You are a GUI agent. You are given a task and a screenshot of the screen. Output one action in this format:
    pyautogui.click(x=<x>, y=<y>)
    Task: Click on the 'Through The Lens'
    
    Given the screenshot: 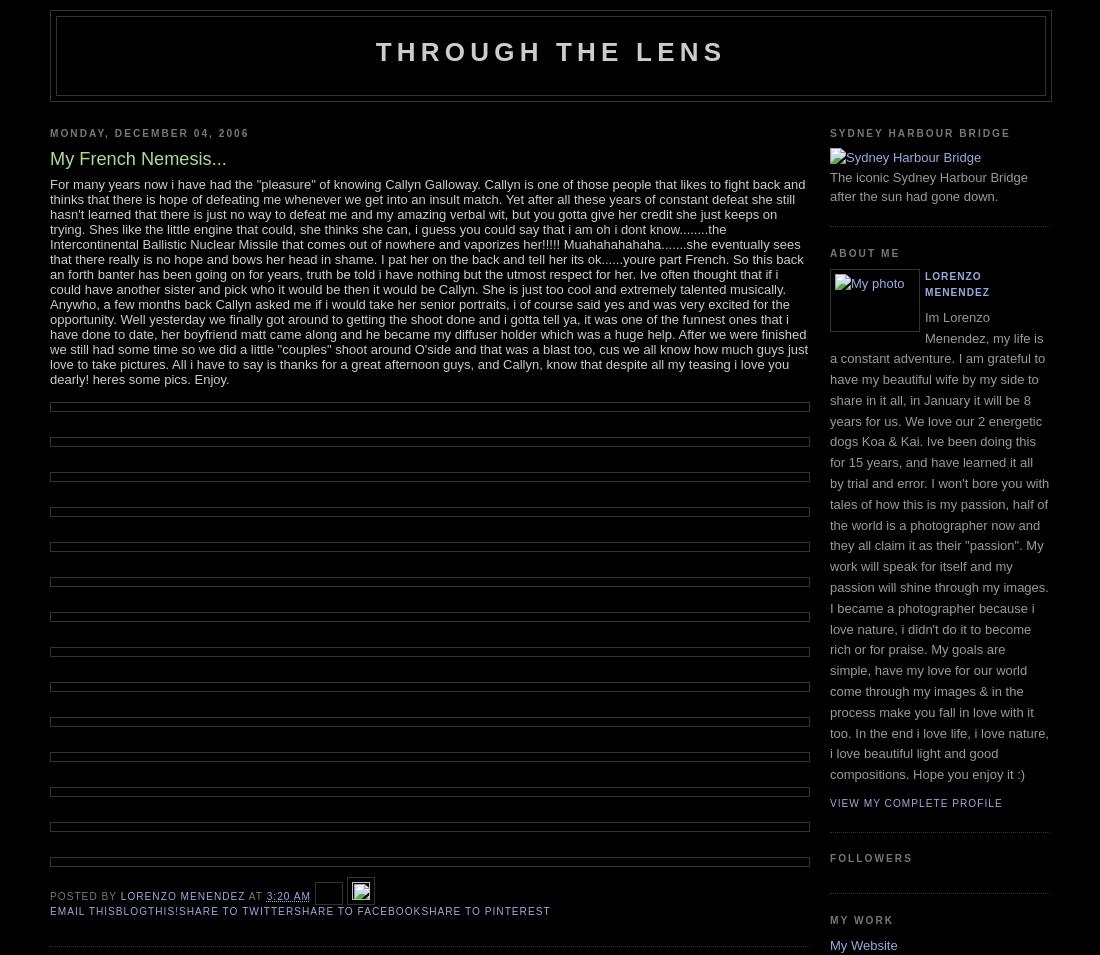 What is the action you would take?
    pyautogui.click(x=550, y=51)
    